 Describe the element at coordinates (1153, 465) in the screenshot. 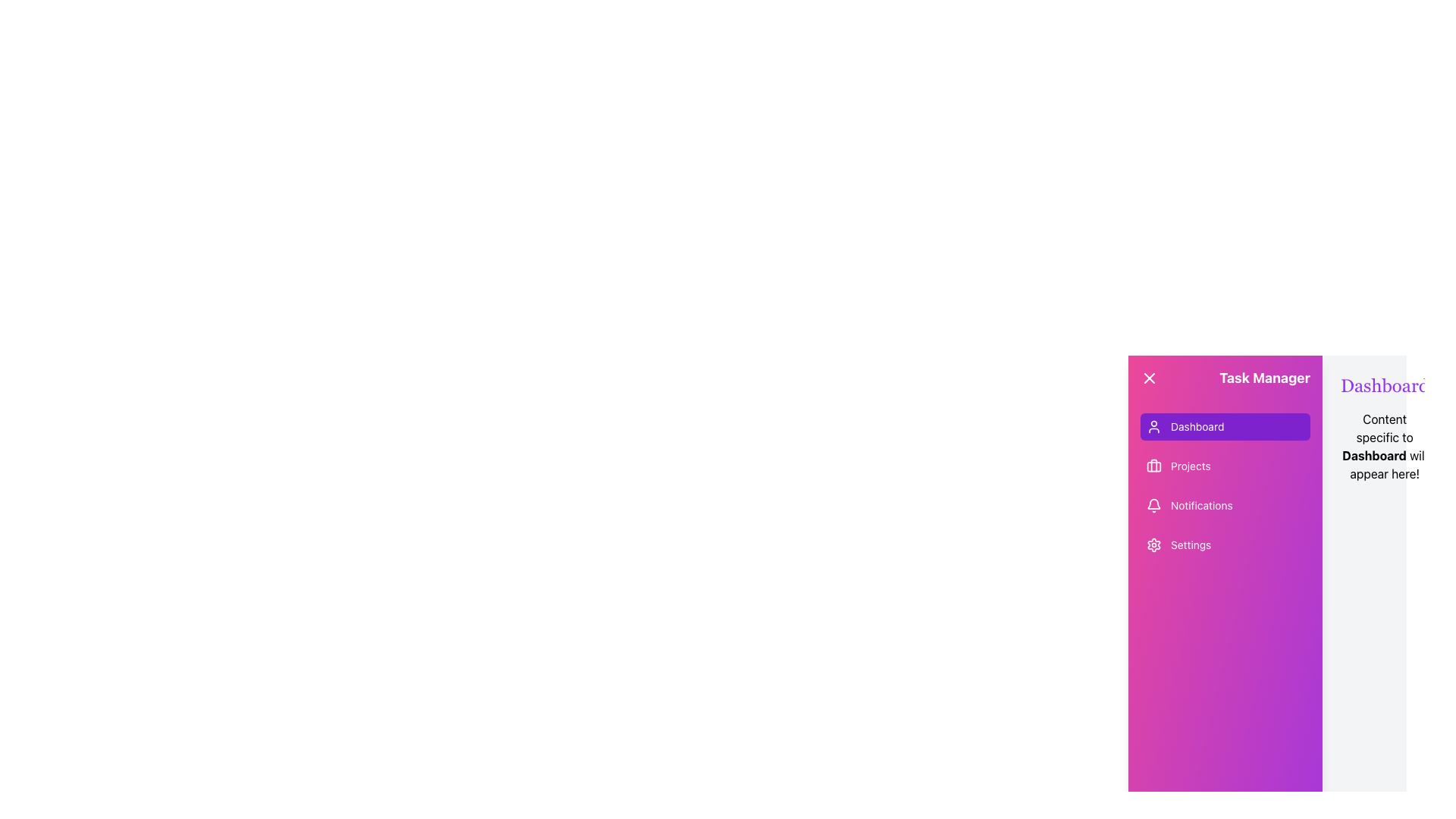

I see `the 'Projects' icon located in the left navigation bar, which is positioned below the 'Dashboard' item and above the 'Notifications' item for interaction` at that location.